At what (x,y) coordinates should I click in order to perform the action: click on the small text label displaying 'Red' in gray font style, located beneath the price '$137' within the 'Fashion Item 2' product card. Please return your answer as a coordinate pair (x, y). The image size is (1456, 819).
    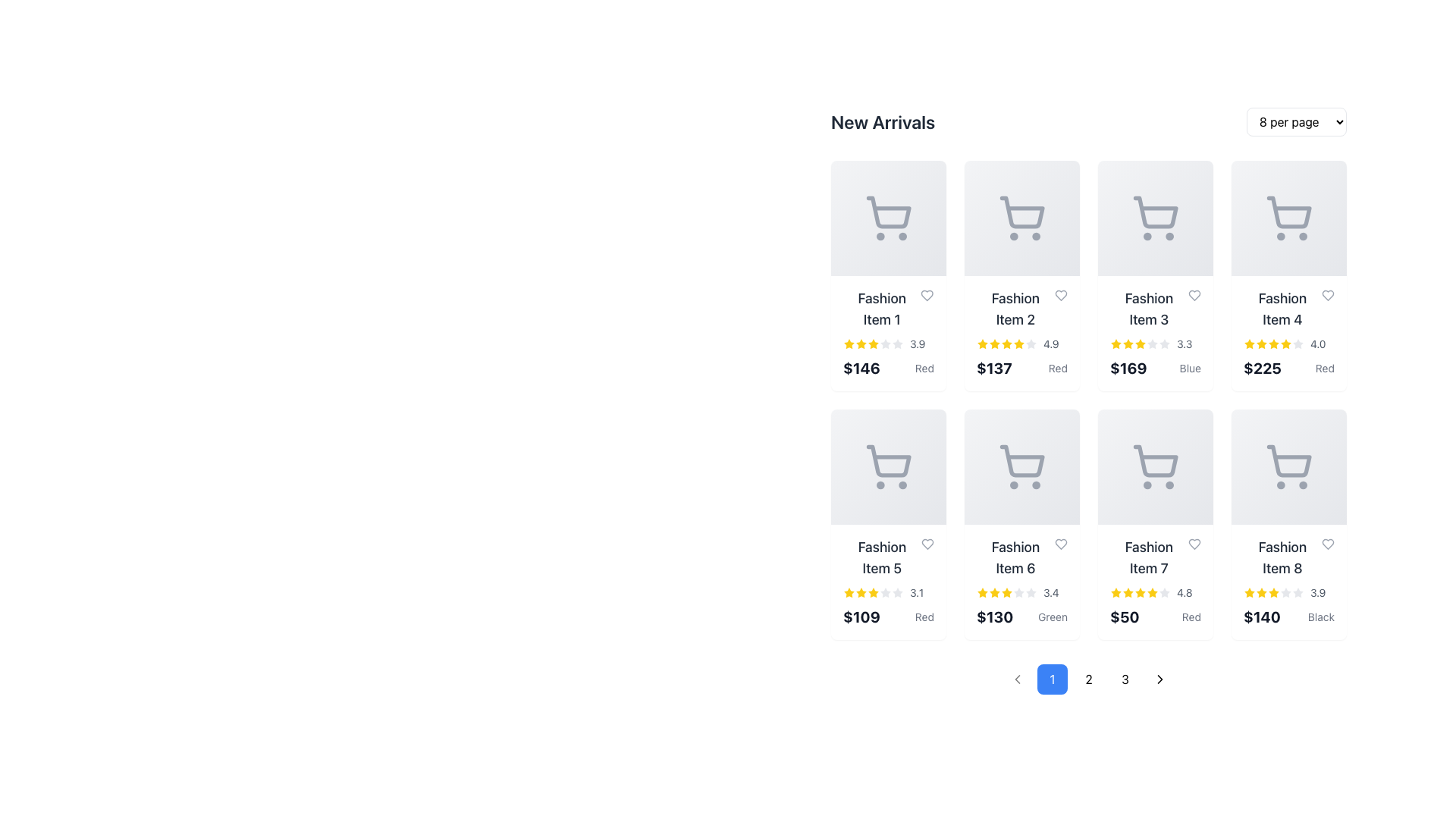
    Looking at the image, I should click on (1057, 369).